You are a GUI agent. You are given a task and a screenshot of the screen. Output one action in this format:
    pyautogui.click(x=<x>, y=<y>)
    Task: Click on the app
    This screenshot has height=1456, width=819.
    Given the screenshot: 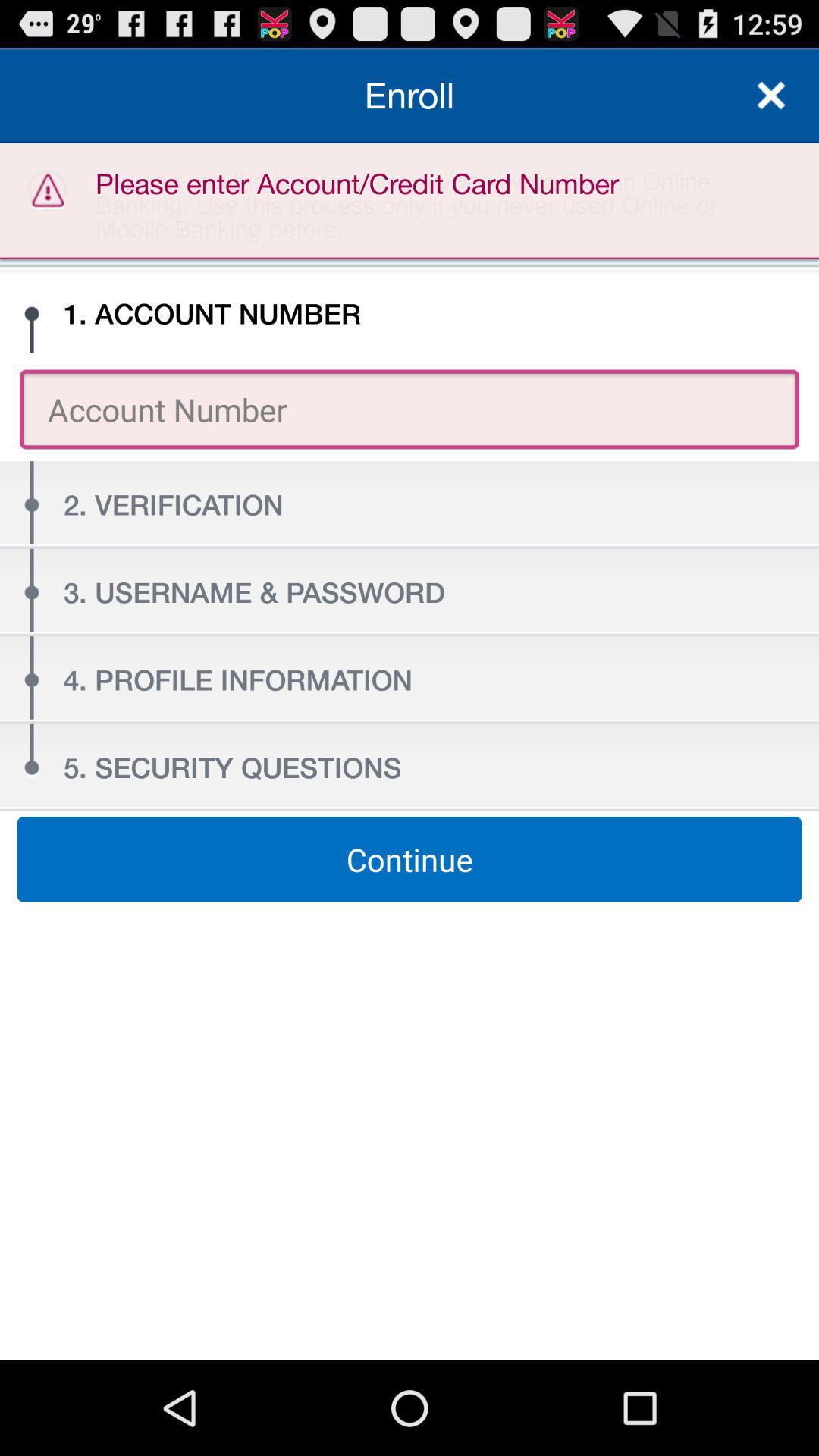 What is the action you would take?
    pyautogui.click(x=771, y=94)
    